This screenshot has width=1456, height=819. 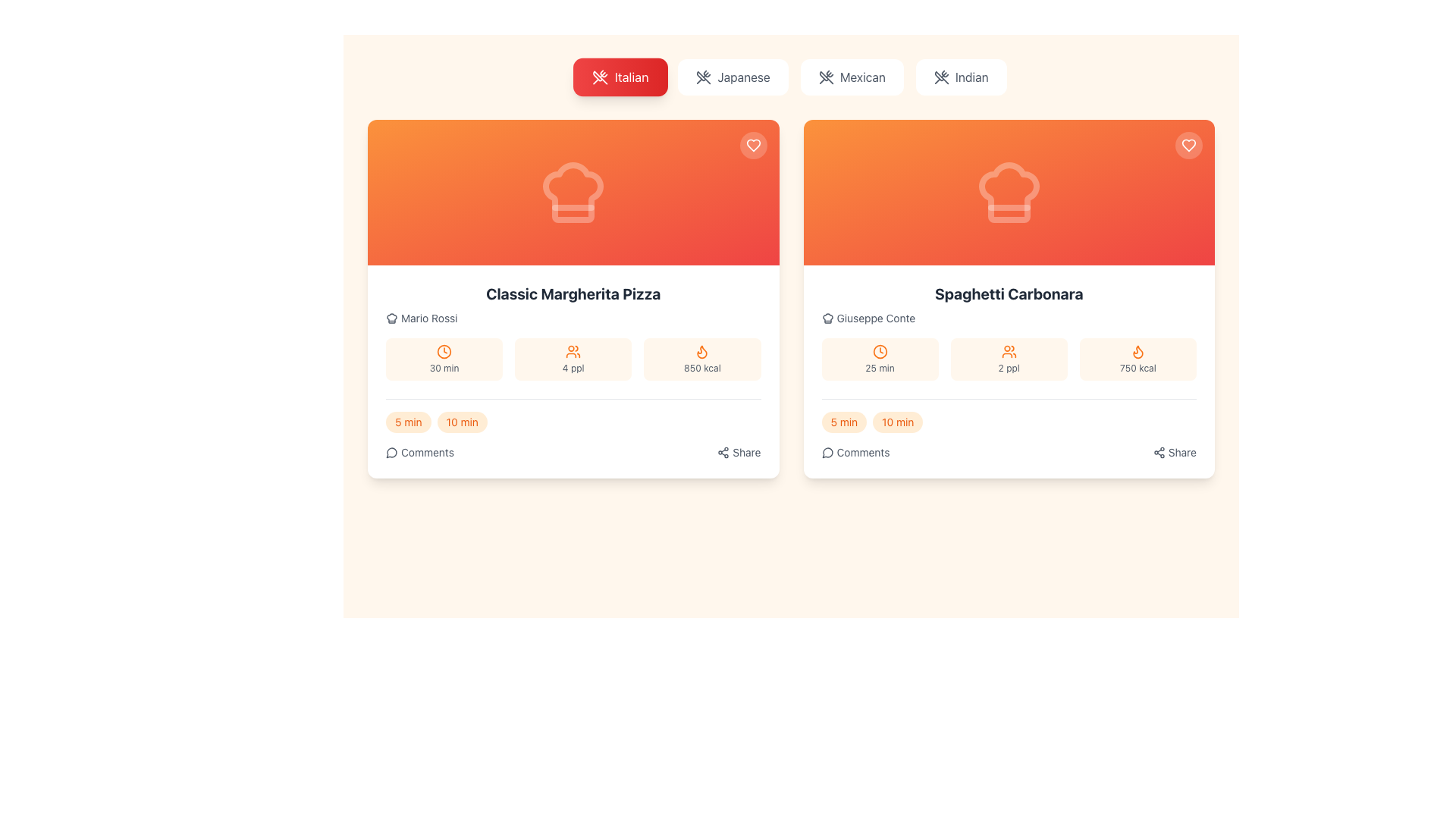 I want to click on the horizontally oriented button labeled 'Mexican' with crossed utensils icon, located between 'Japanese' and 'Indian' buttons, so click(x=852, y=77).